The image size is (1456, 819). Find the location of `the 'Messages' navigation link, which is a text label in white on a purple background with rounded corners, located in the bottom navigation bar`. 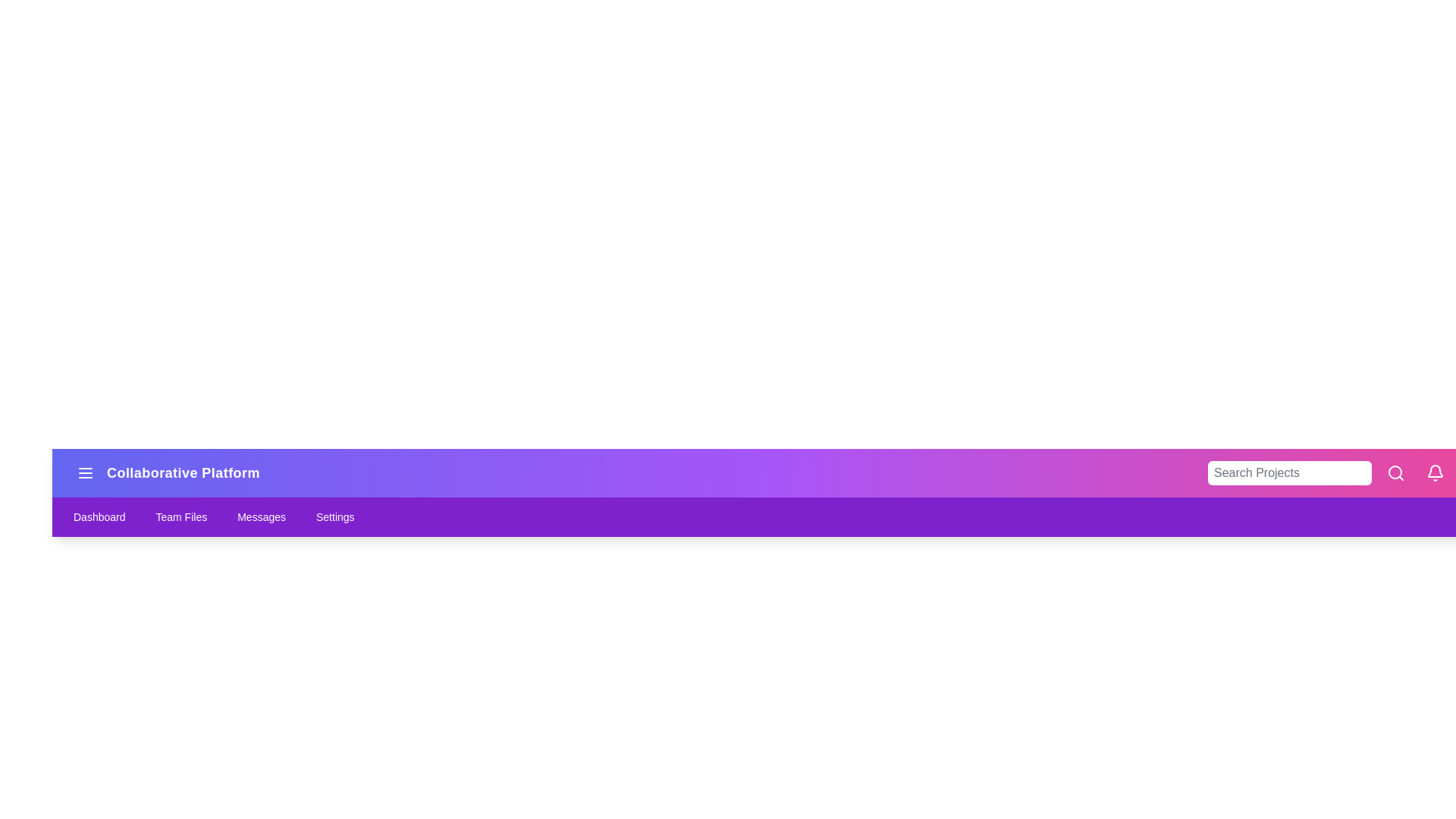

the 'Messages' navigation link, which is a text label in white on a purple background with rounded corners, located in the bottom navigation bar is located at coordinates (262, 516).